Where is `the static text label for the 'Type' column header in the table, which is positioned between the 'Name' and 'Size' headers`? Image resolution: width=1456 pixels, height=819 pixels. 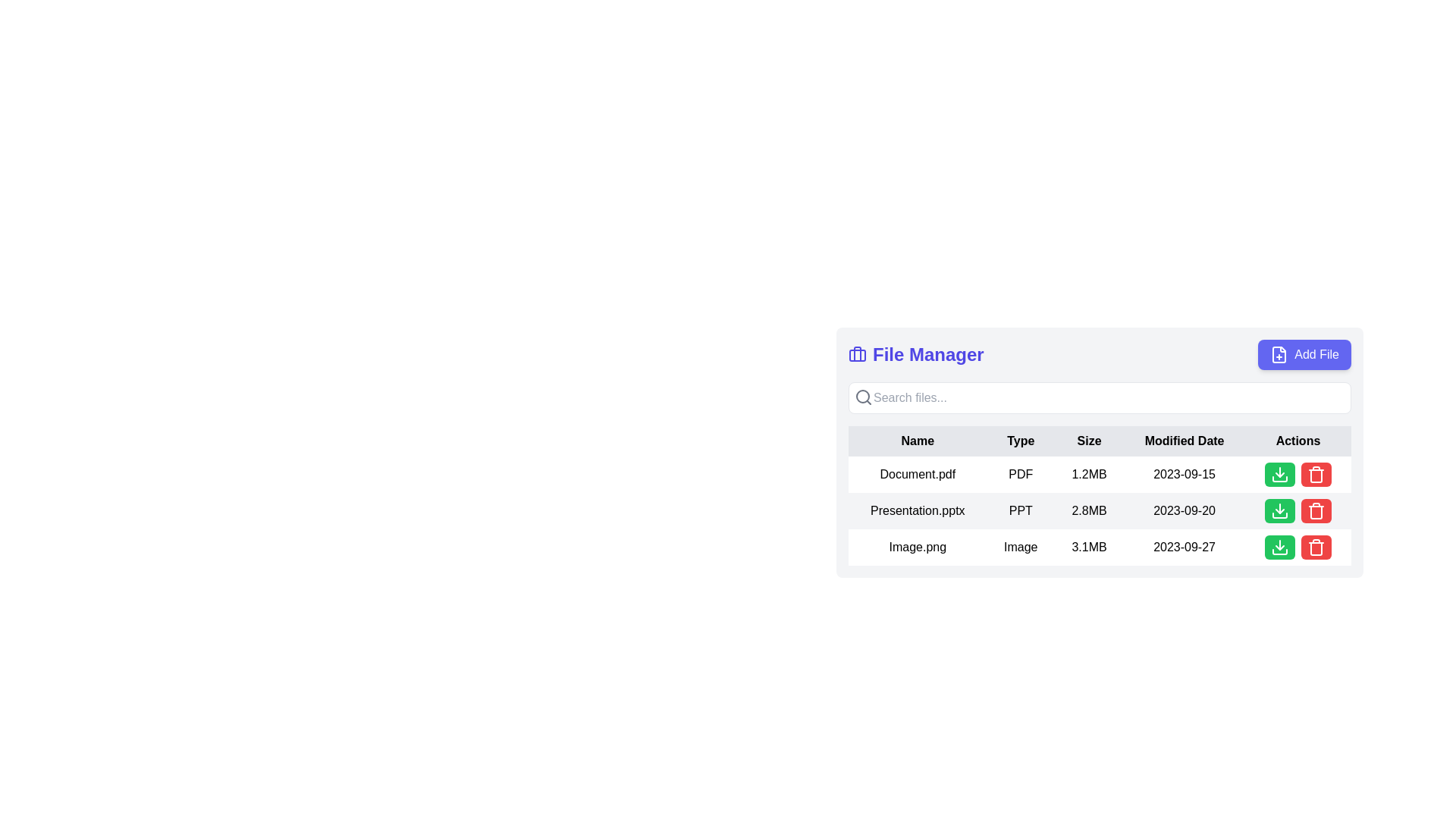
the static text label for the 'Type' column header in the table, which is positioned between the 'Name' and 'Size' headers is located at coordinates (1021, 441).